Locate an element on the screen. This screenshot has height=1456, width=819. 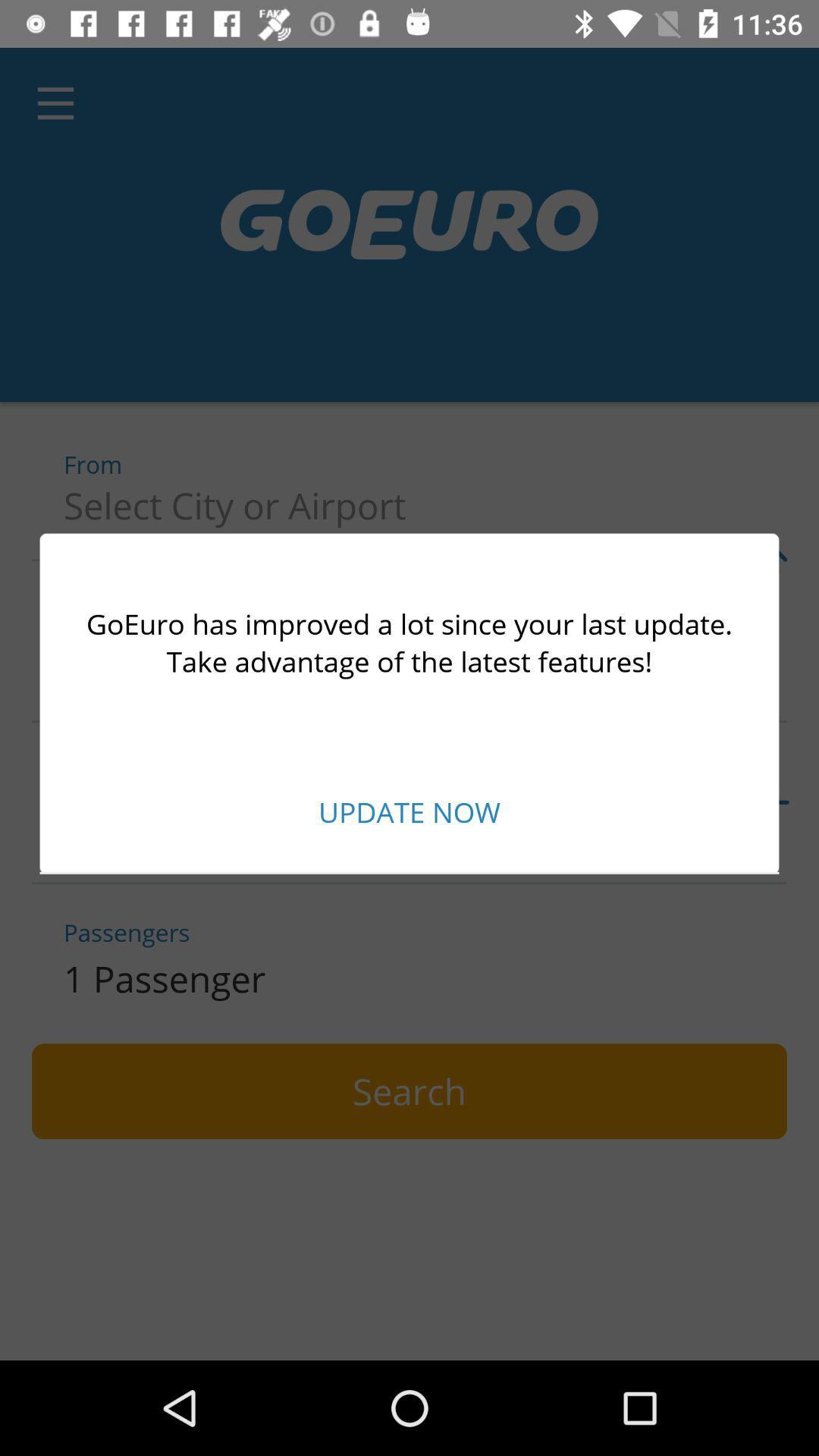
item below the goeuro has improved icon is located at coordinates (409, 811).